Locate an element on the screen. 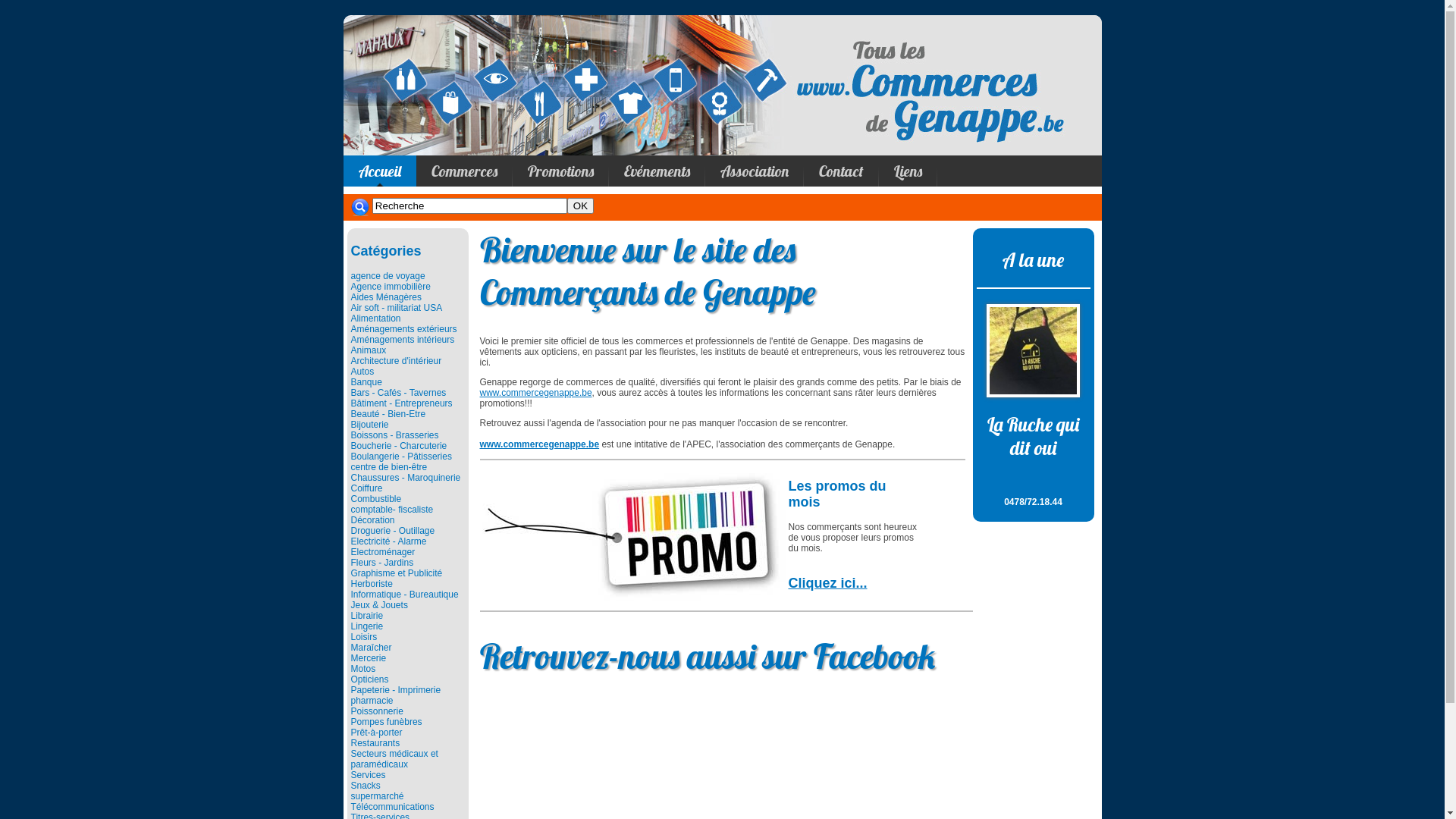  'Banque' is located at coordinates (349, 381).